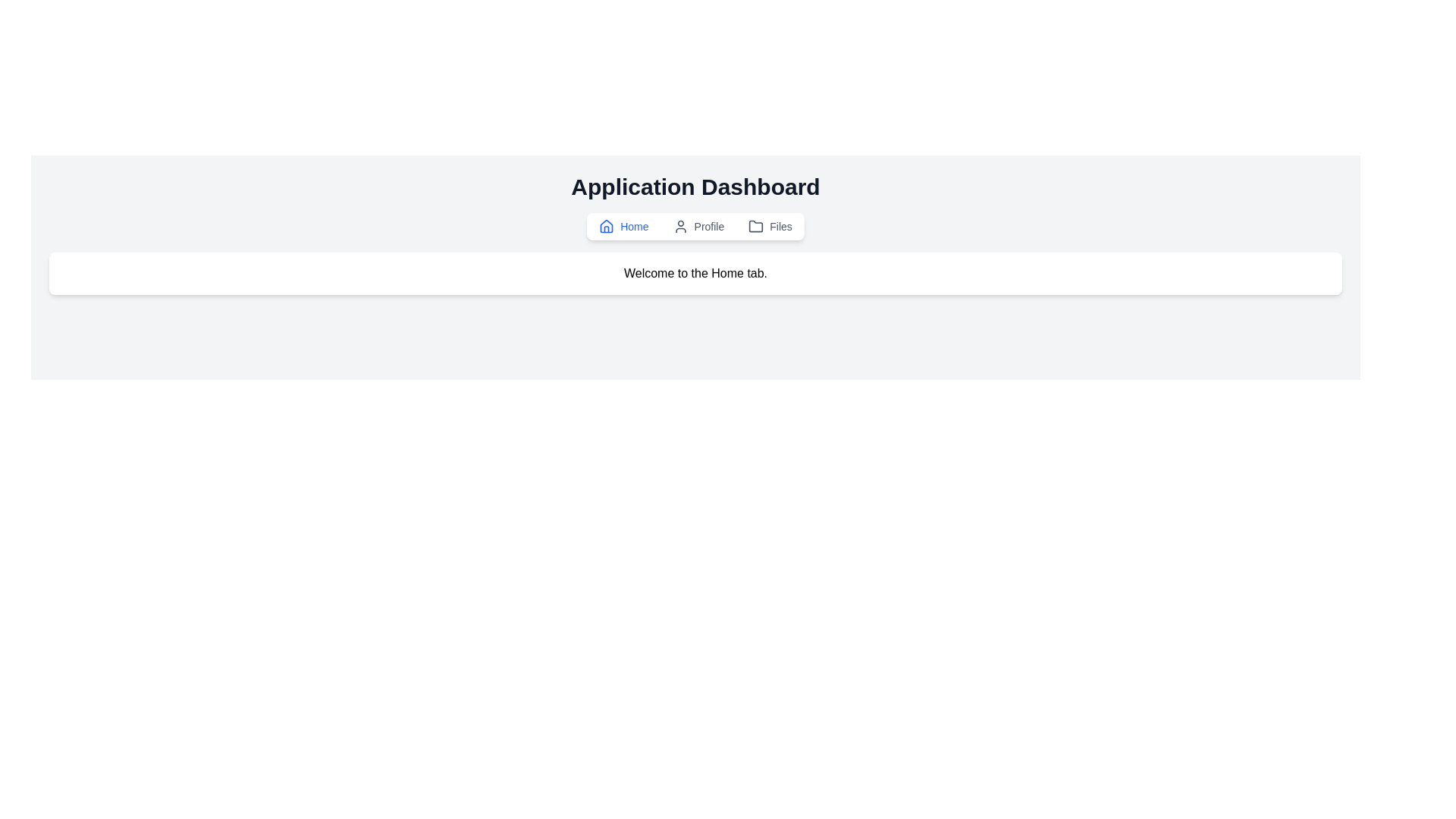 This screenshot has height=819, width=1456. Describe the element at coordinates (698, 227) in the screenshot. I see `the 'Profile' navigation button located in the middle of the horizontal navigation bar` at that location.